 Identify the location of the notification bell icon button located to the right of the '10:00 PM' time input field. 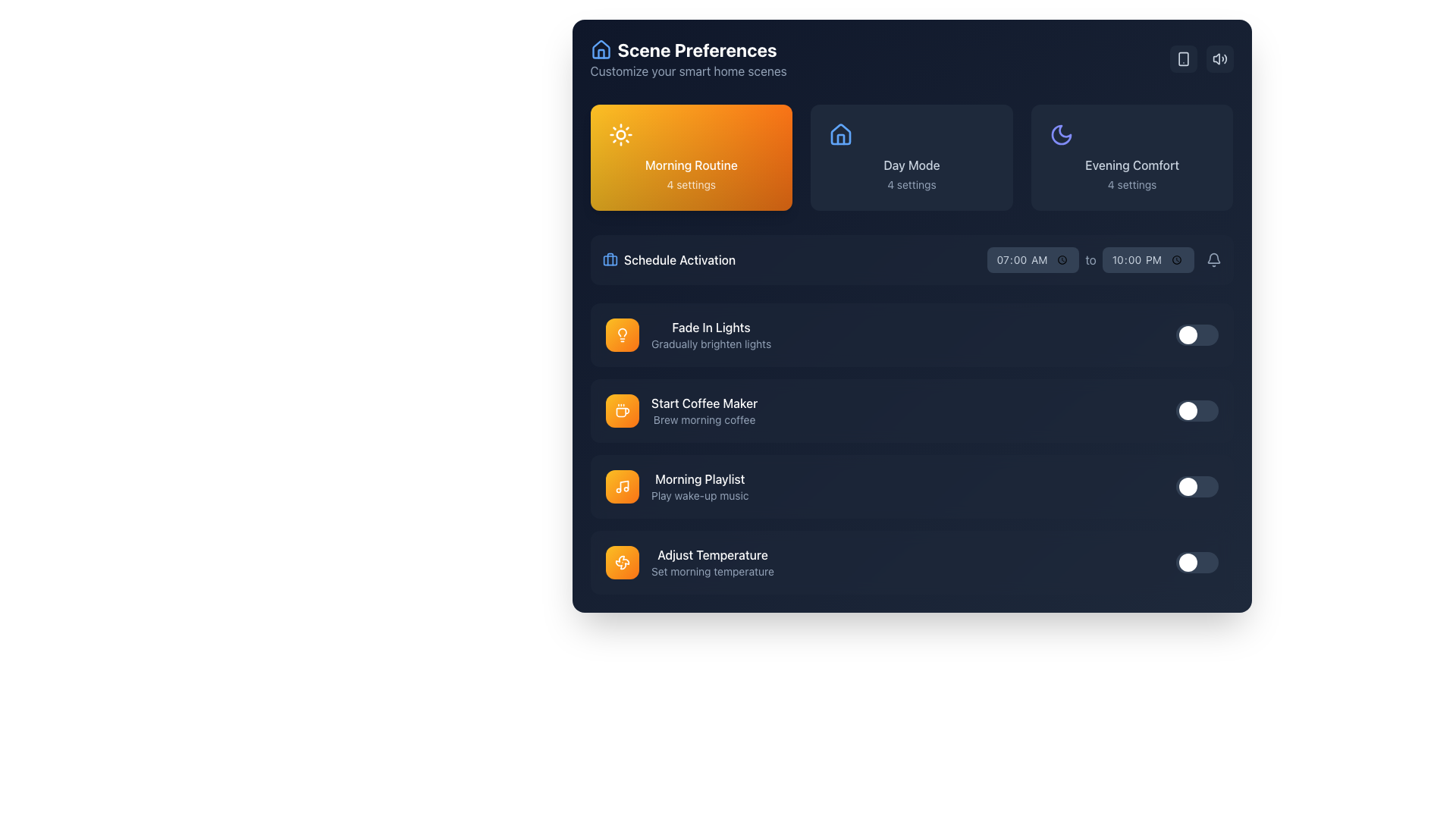
(1213, 259).